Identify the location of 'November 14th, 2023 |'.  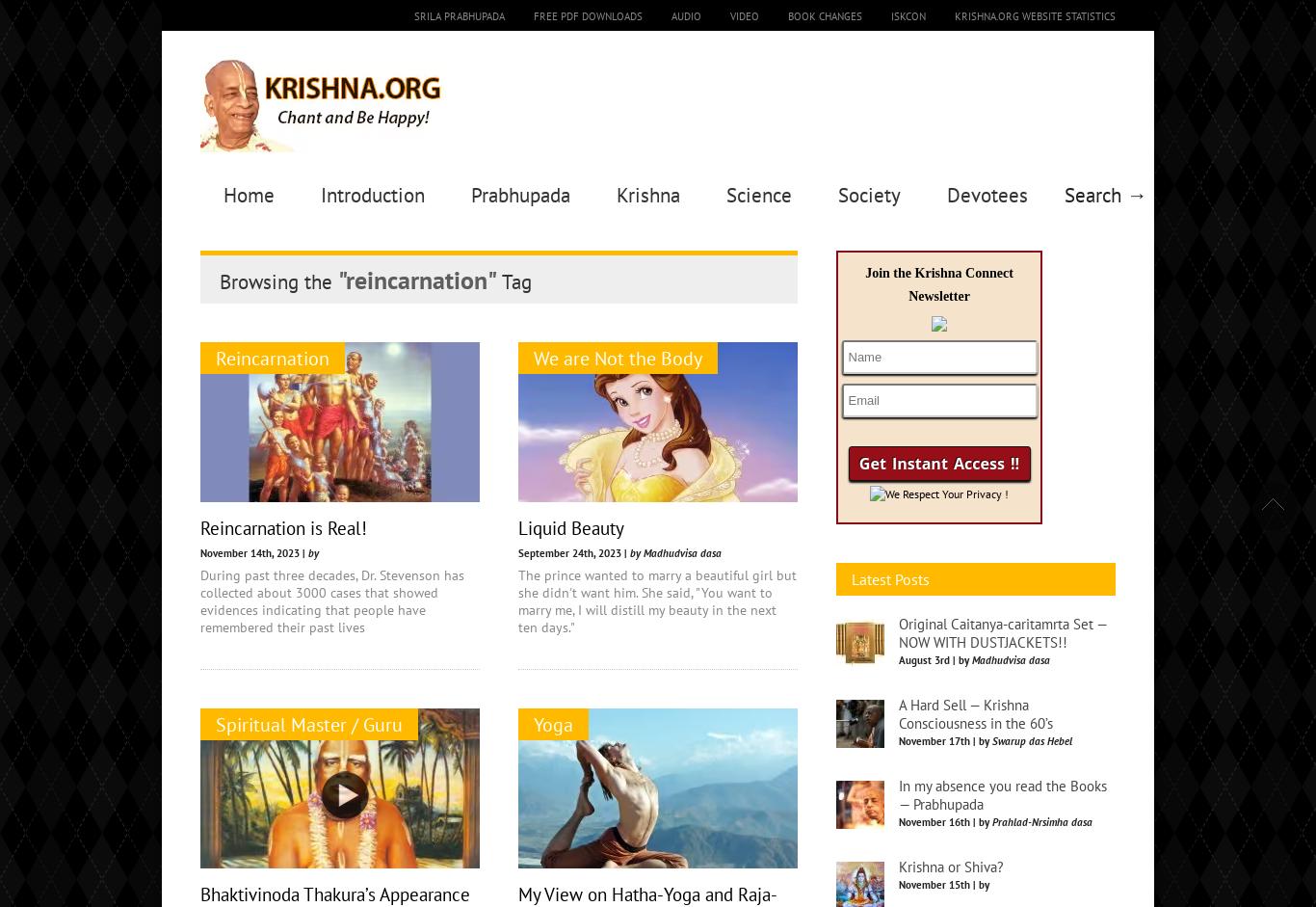
(254, 552).